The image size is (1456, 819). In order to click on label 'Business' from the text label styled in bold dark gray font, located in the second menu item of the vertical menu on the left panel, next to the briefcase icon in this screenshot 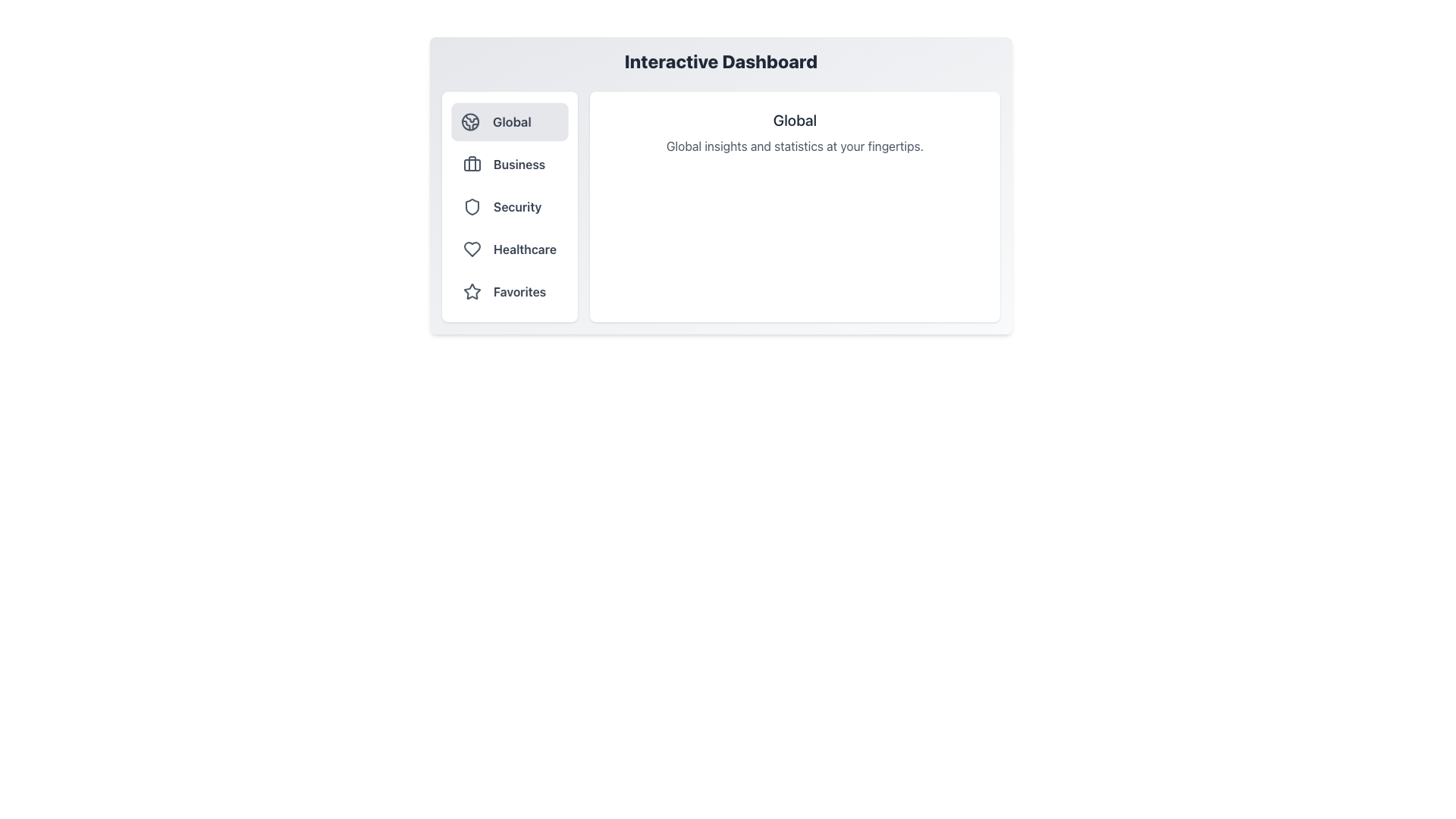, I will do `click(519, 164)`.